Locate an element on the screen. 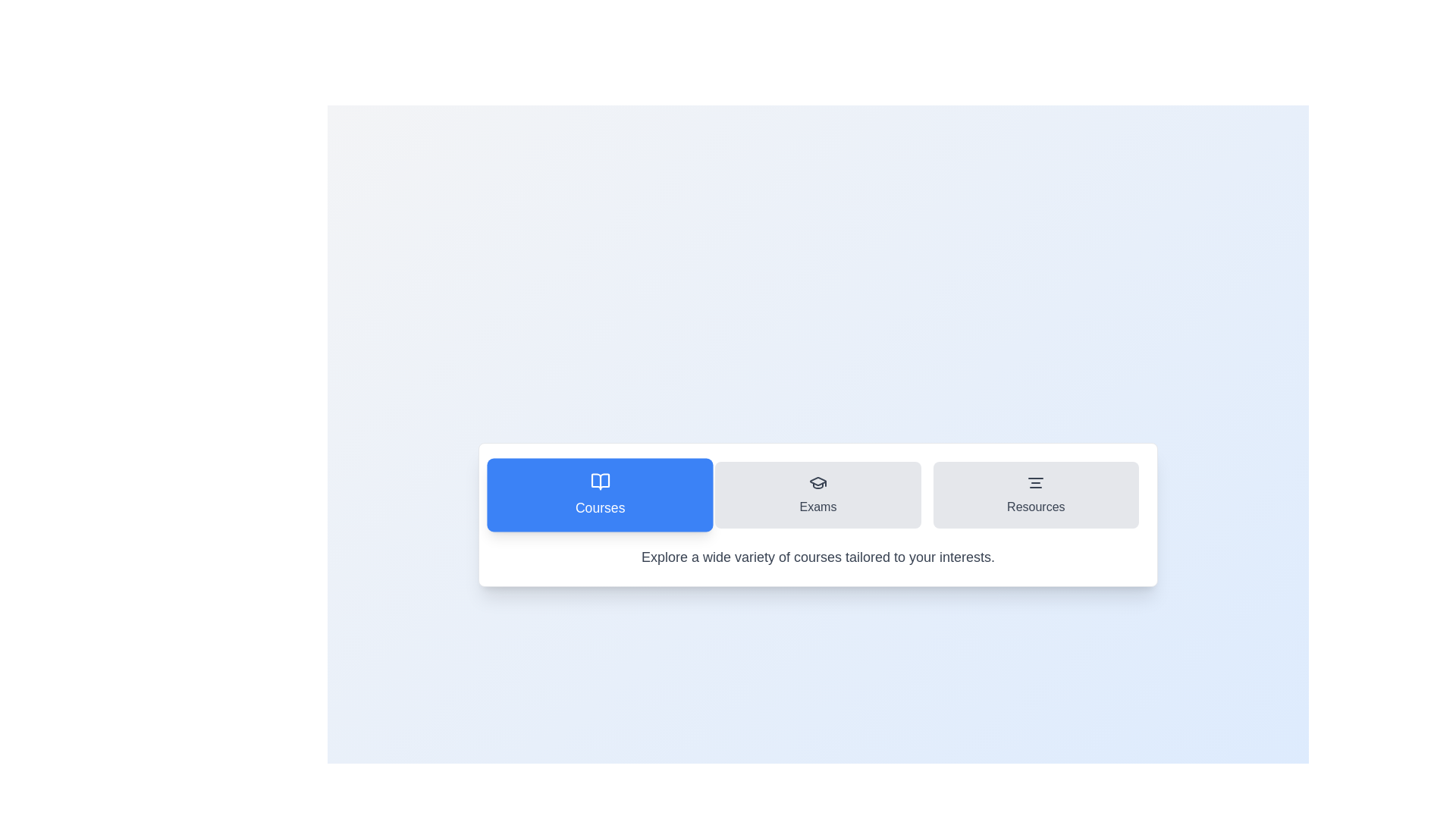 Image resolution: width=1456 pixels, height=819 pixels. the tab labeled 'Exams' to observe its icon and label is located at coordinates (817, 494).